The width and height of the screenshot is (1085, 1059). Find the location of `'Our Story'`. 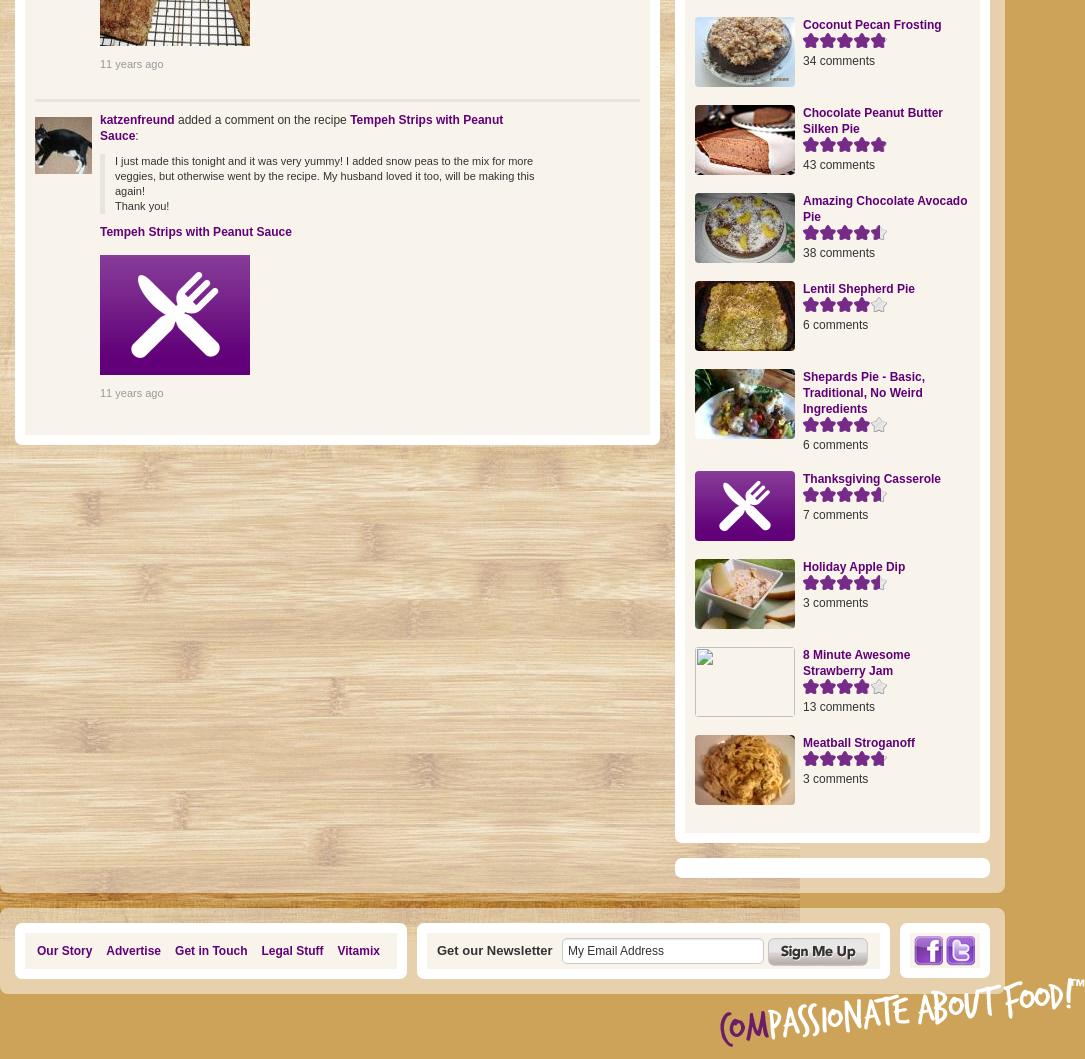

'Our Story' is located at coordinates (64, 950).